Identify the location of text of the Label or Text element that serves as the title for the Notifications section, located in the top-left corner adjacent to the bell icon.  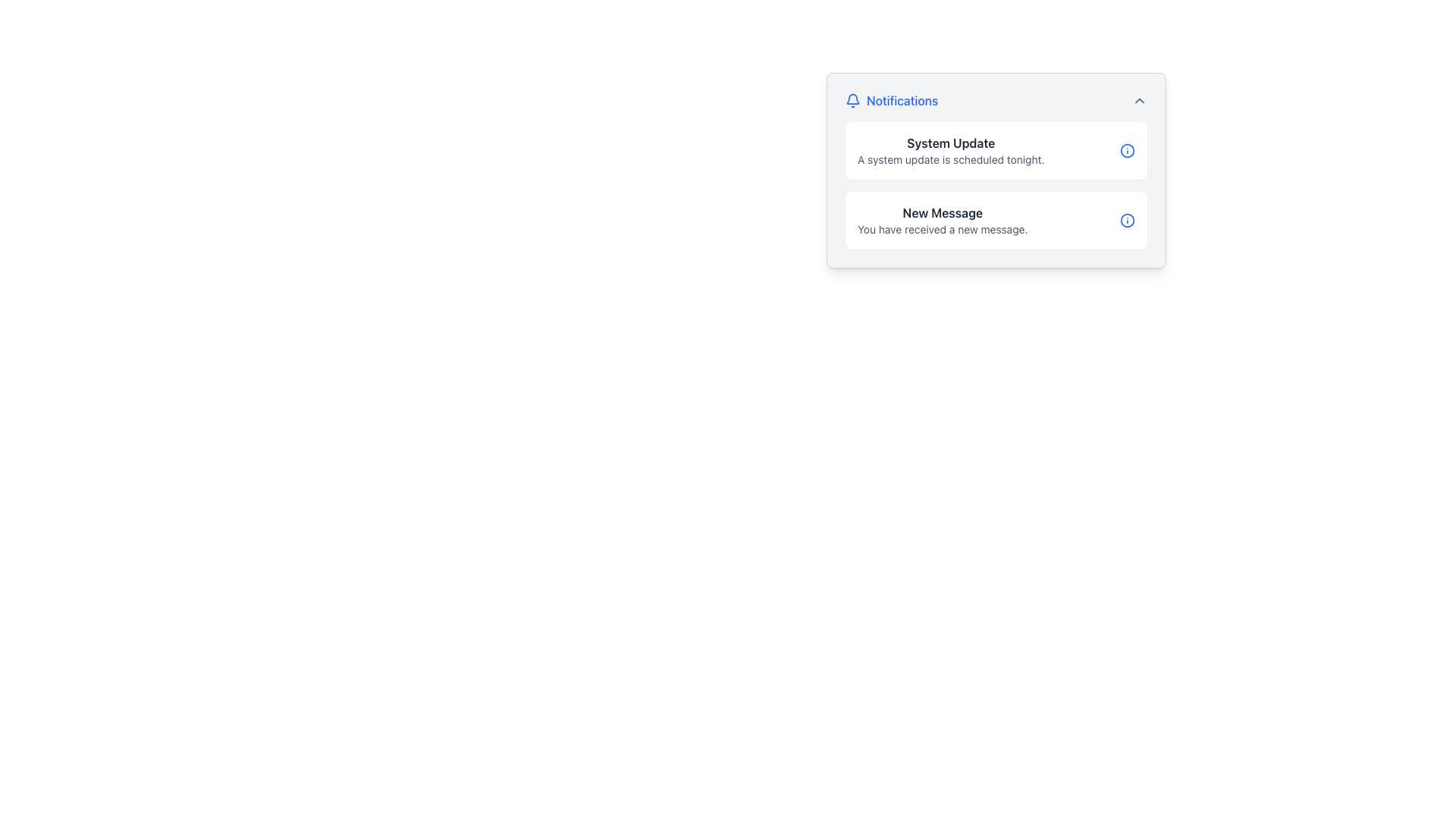
(892, 100).